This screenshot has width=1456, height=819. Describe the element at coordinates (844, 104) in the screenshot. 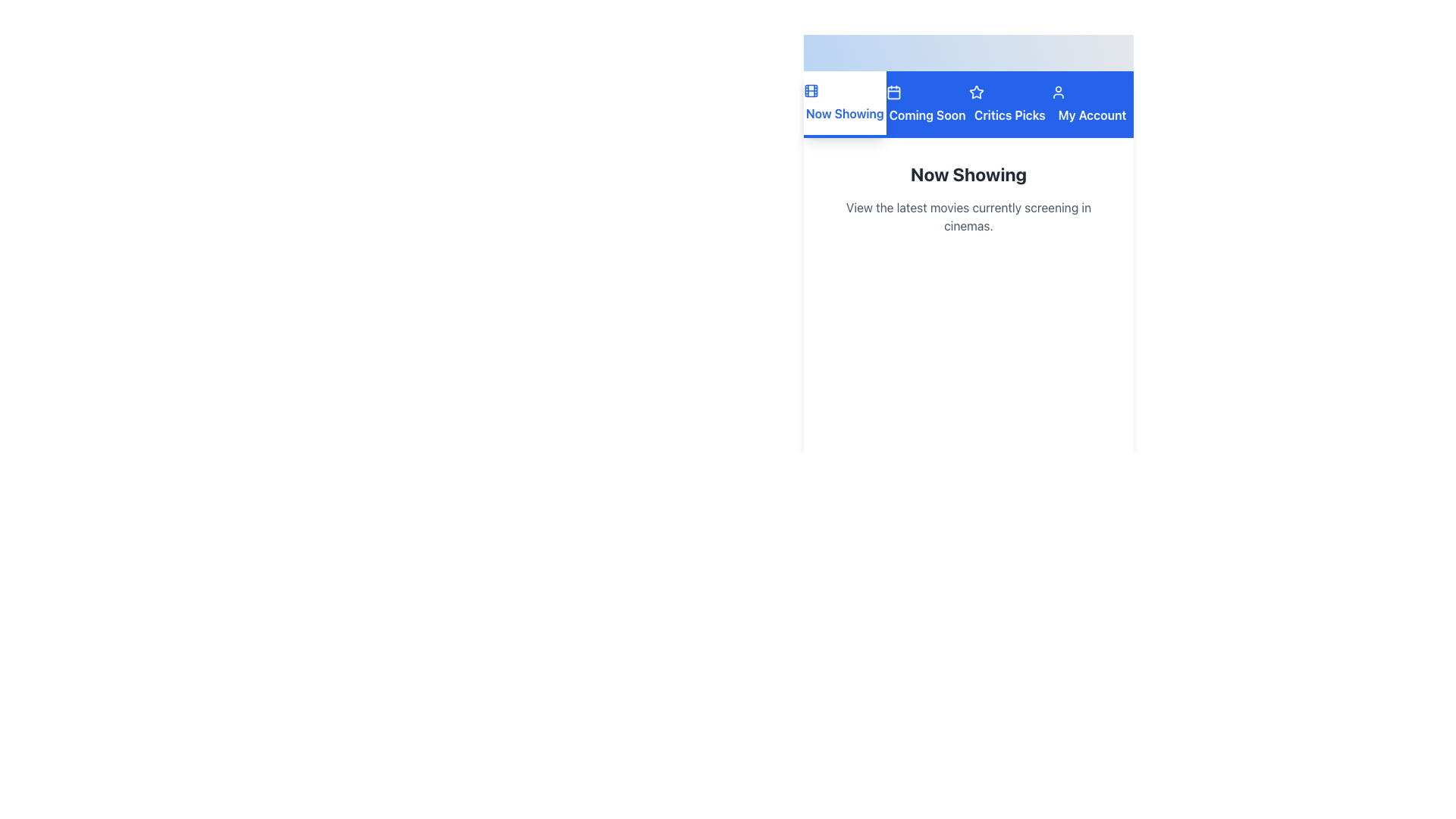

I see `the button labeled 'Now Showing' with a film reel icon` at that location.